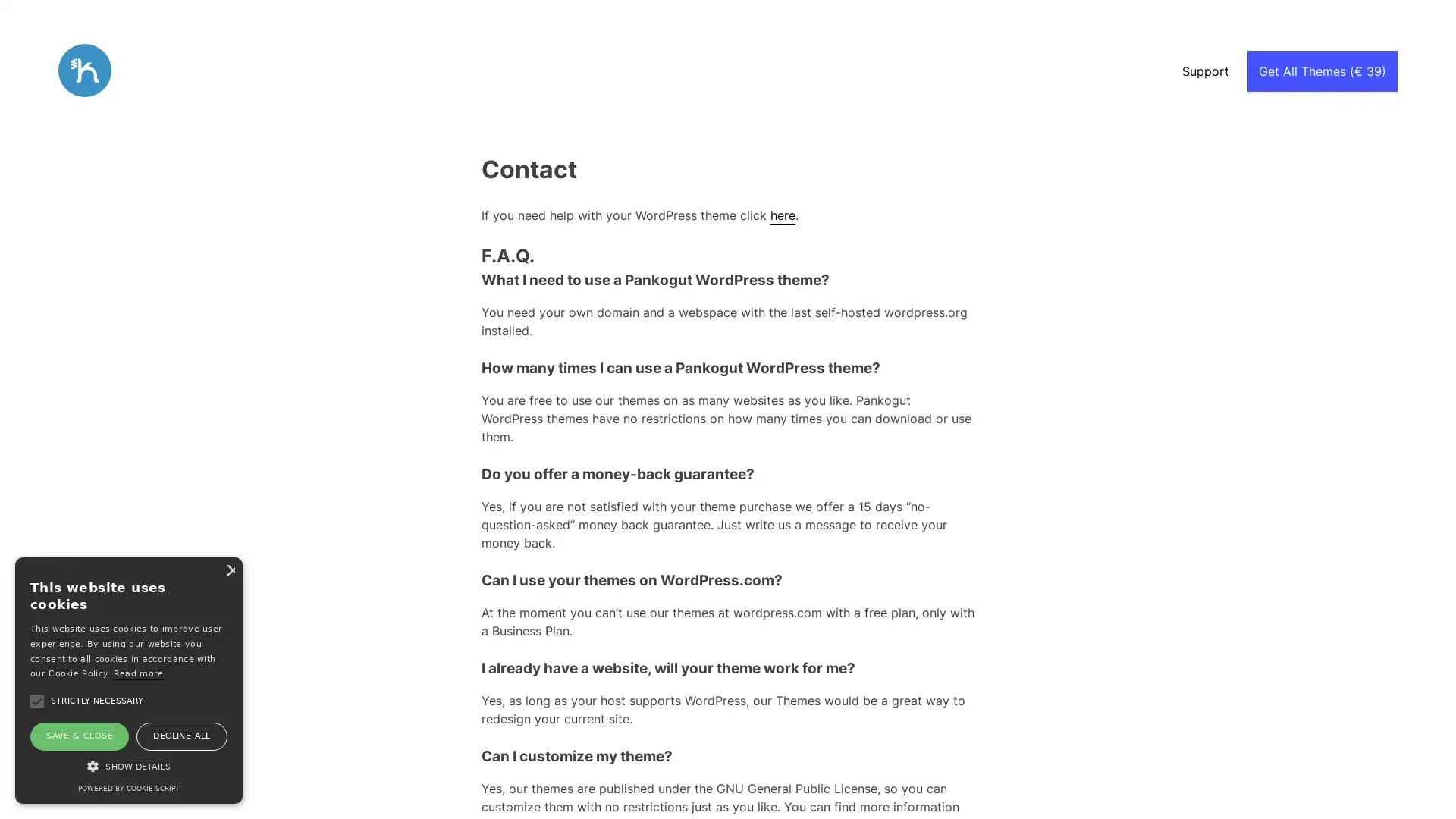 Image resolution: width=1456 pixels, height=819 pixels. What do you see at coordinates (182, 736) in the screenshot?
I see `DECLINE ALL` at bounding box center [182, 736].